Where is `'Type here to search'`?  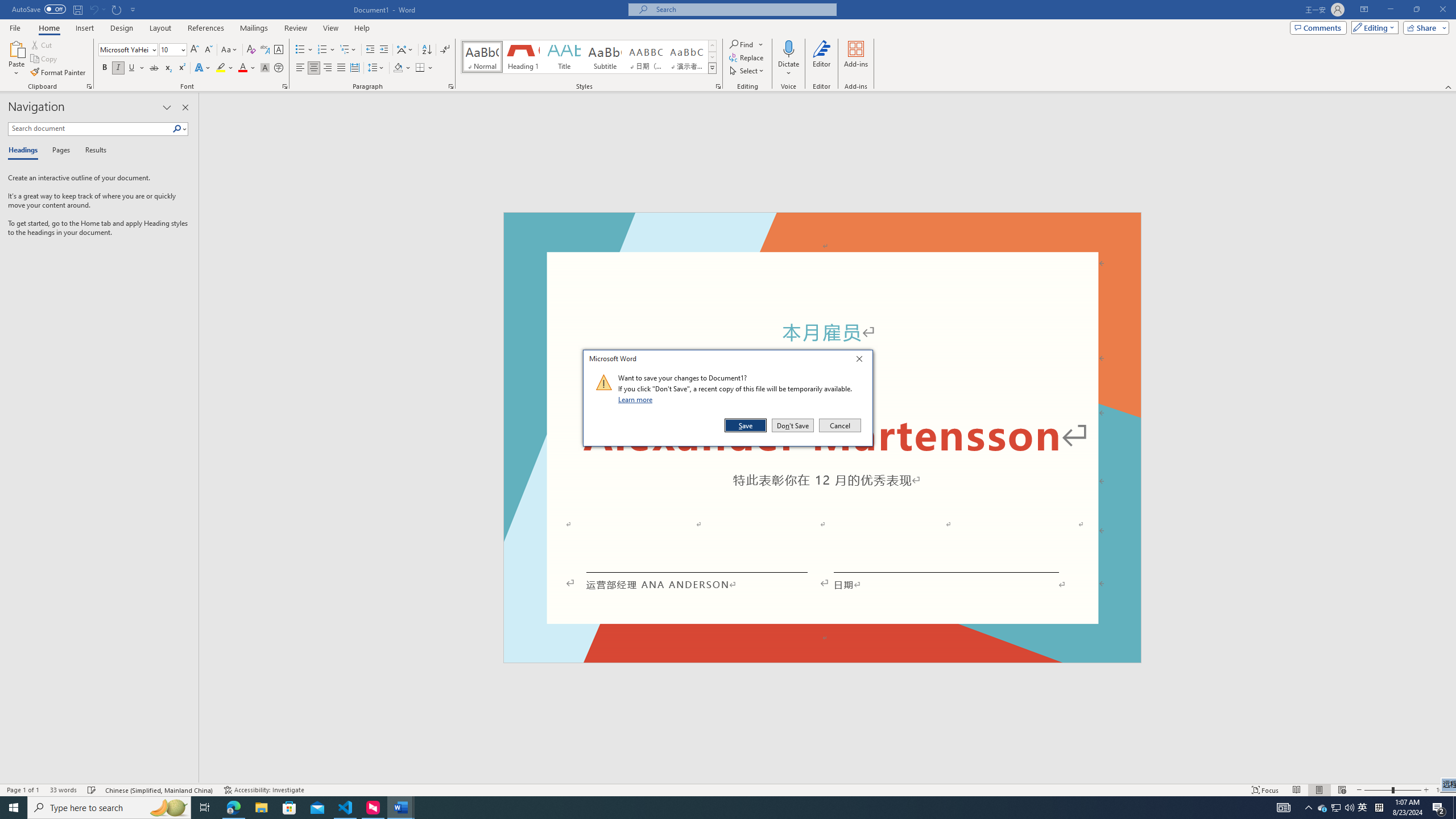
'Type here to search' is located at coordinates (109, 806).